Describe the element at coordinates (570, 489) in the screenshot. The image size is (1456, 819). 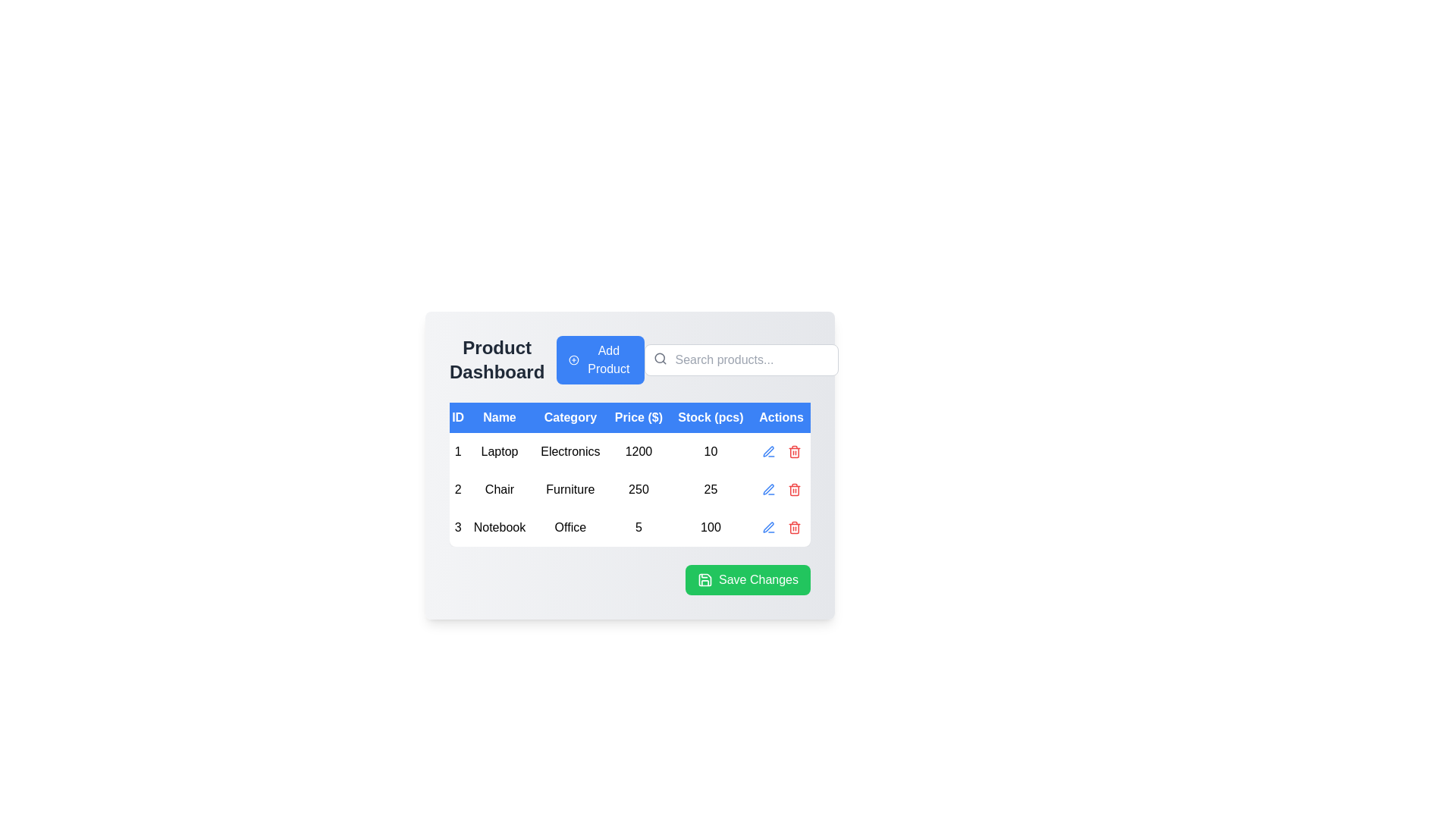
I see `the text element displaying 'Furniture' located in the second row of the table under the 'Category' column` at that location.